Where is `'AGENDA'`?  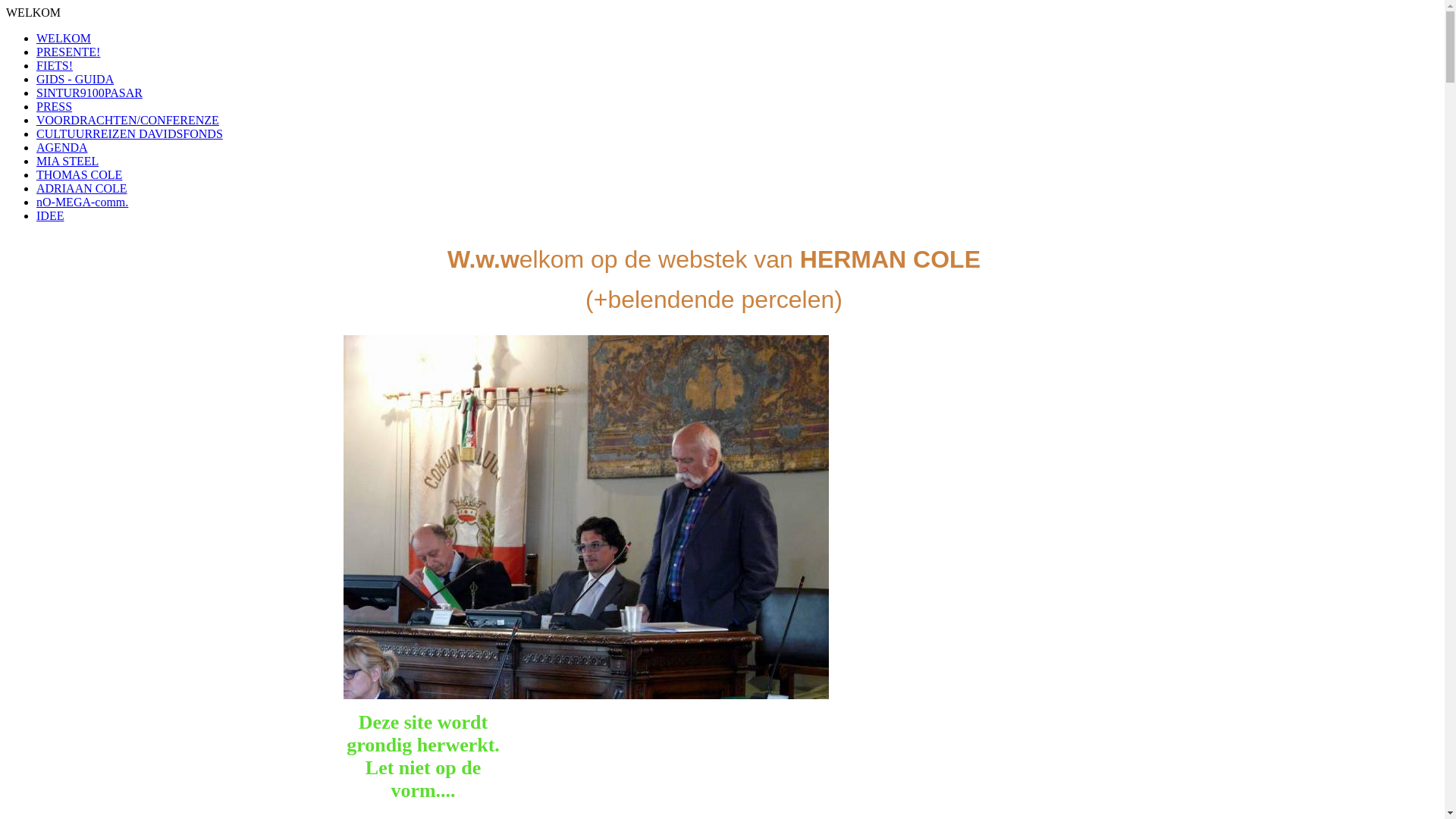 'AGENDA' is located at coordinates (36, 147).